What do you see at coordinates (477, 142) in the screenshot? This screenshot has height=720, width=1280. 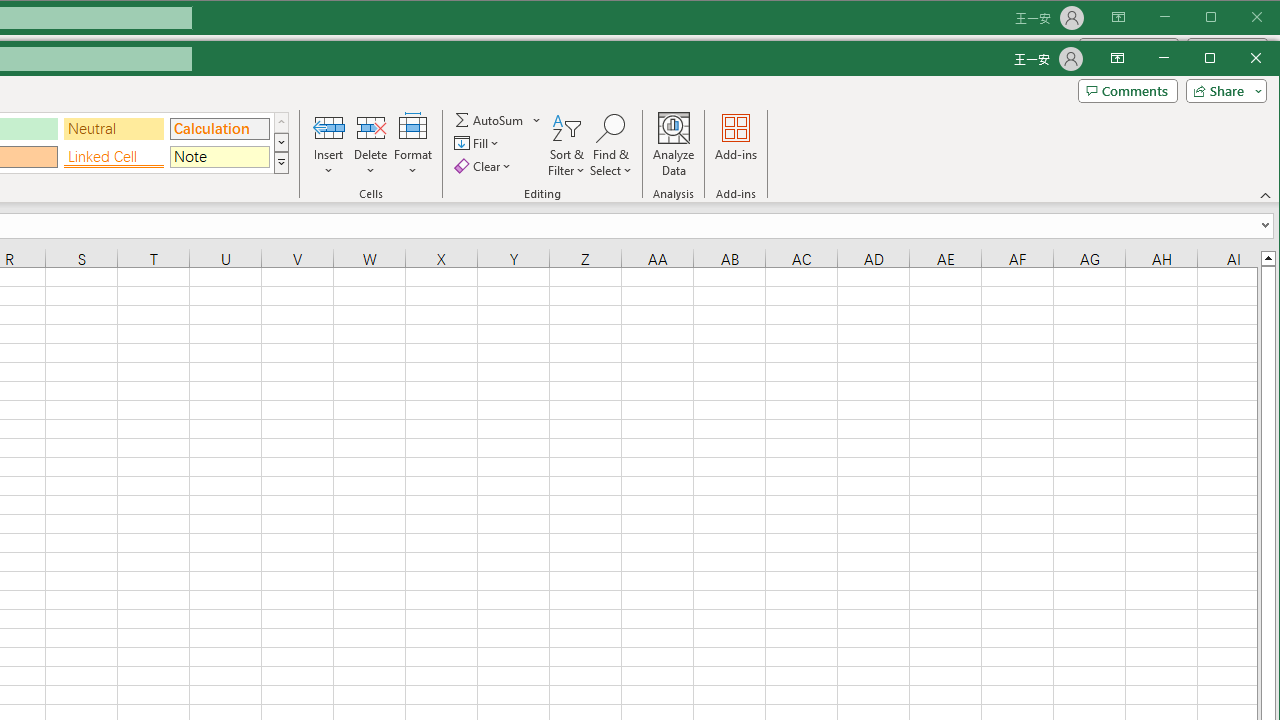 I see `'Fill'` at bounding box center [477, 142].